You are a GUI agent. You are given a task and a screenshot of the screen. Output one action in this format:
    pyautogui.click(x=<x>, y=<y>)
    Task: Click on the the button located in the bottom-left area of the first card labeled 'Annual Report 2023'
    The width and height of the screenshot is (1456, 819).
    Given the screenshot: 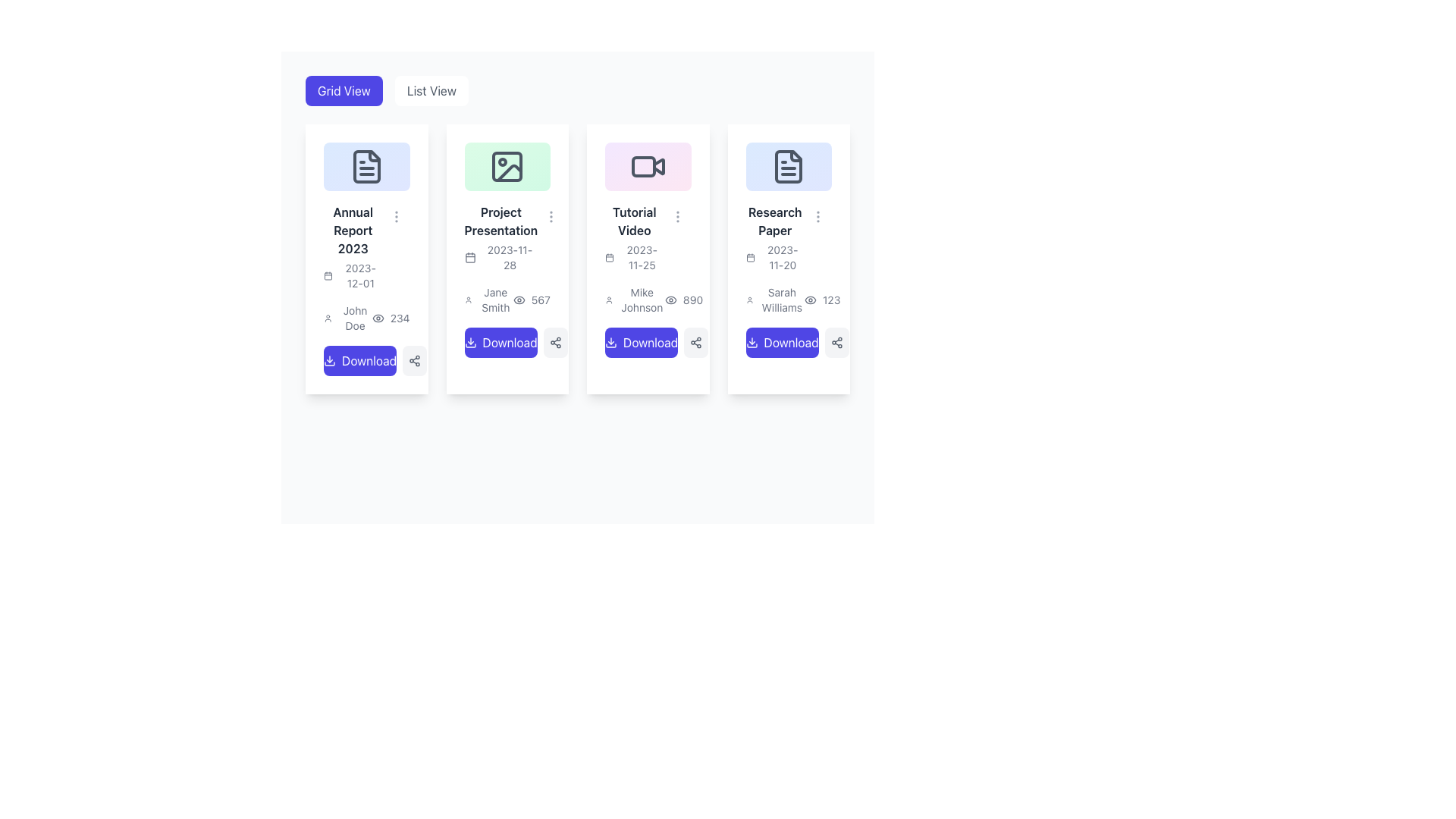 What is the action you would take?
    pyautogui.click(x=359, y=360)
    